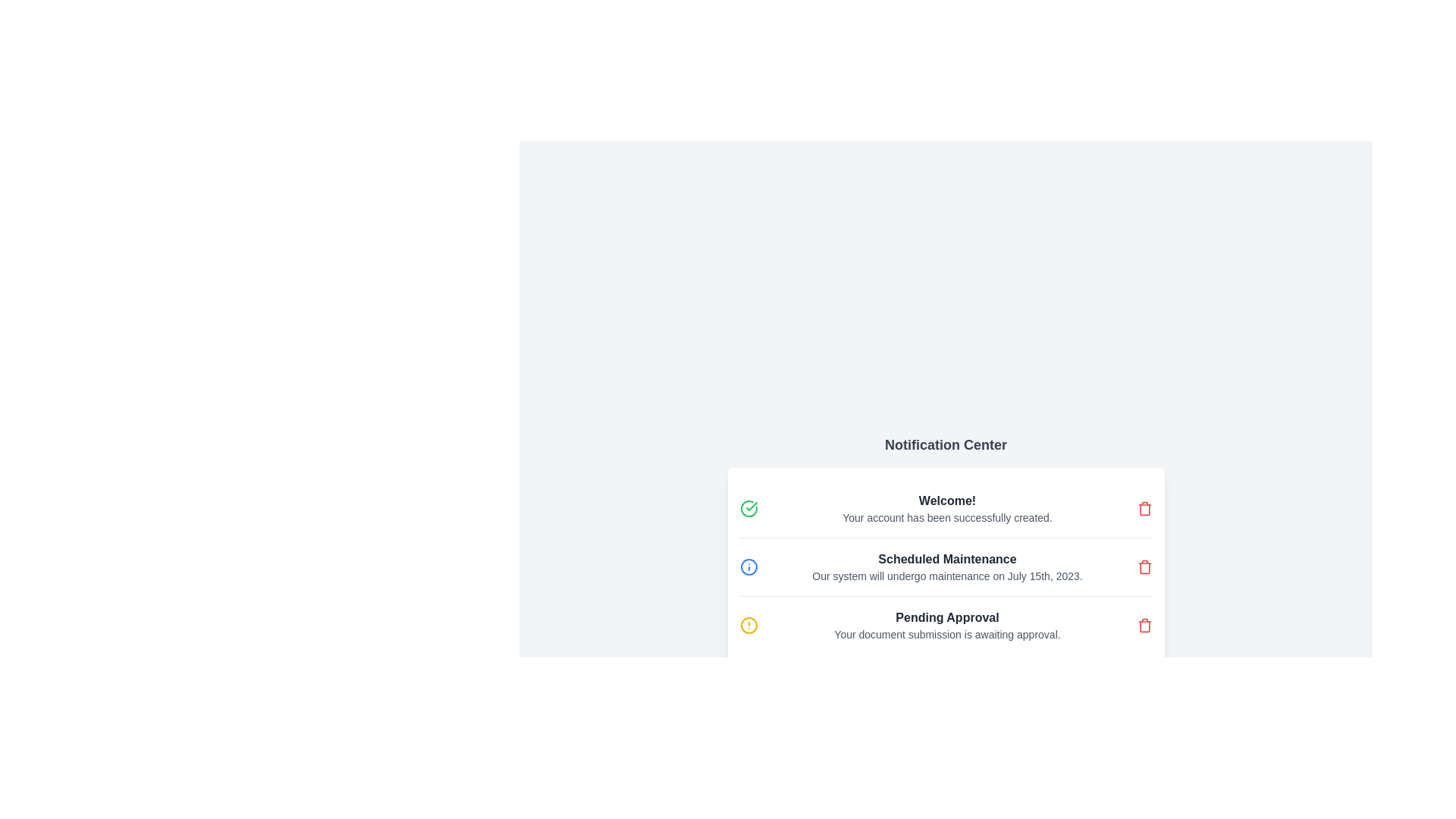 Image resolution: width=1456 pixels, height=819 pixels. What do you see at coordinates (1144, 567) in the screenshot?
I see `the delete icon button located to the far right of the 'Scheduled Maintenance' notification` at bounding box center [1144, 567].